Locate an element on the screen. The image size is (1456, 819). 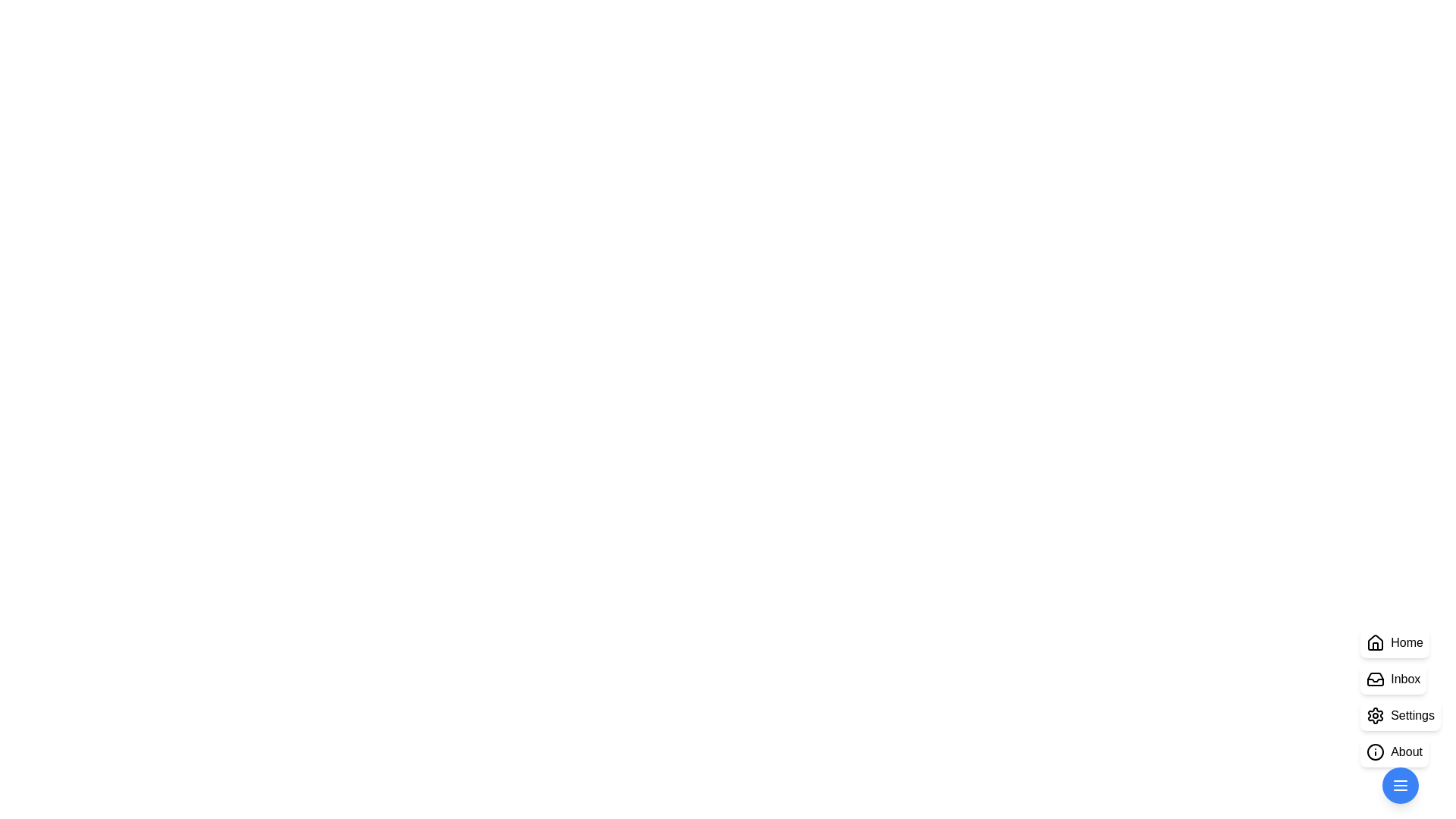
the 'Home' button in the StylishSpeedDial component is located at coordinates (1395, 643).